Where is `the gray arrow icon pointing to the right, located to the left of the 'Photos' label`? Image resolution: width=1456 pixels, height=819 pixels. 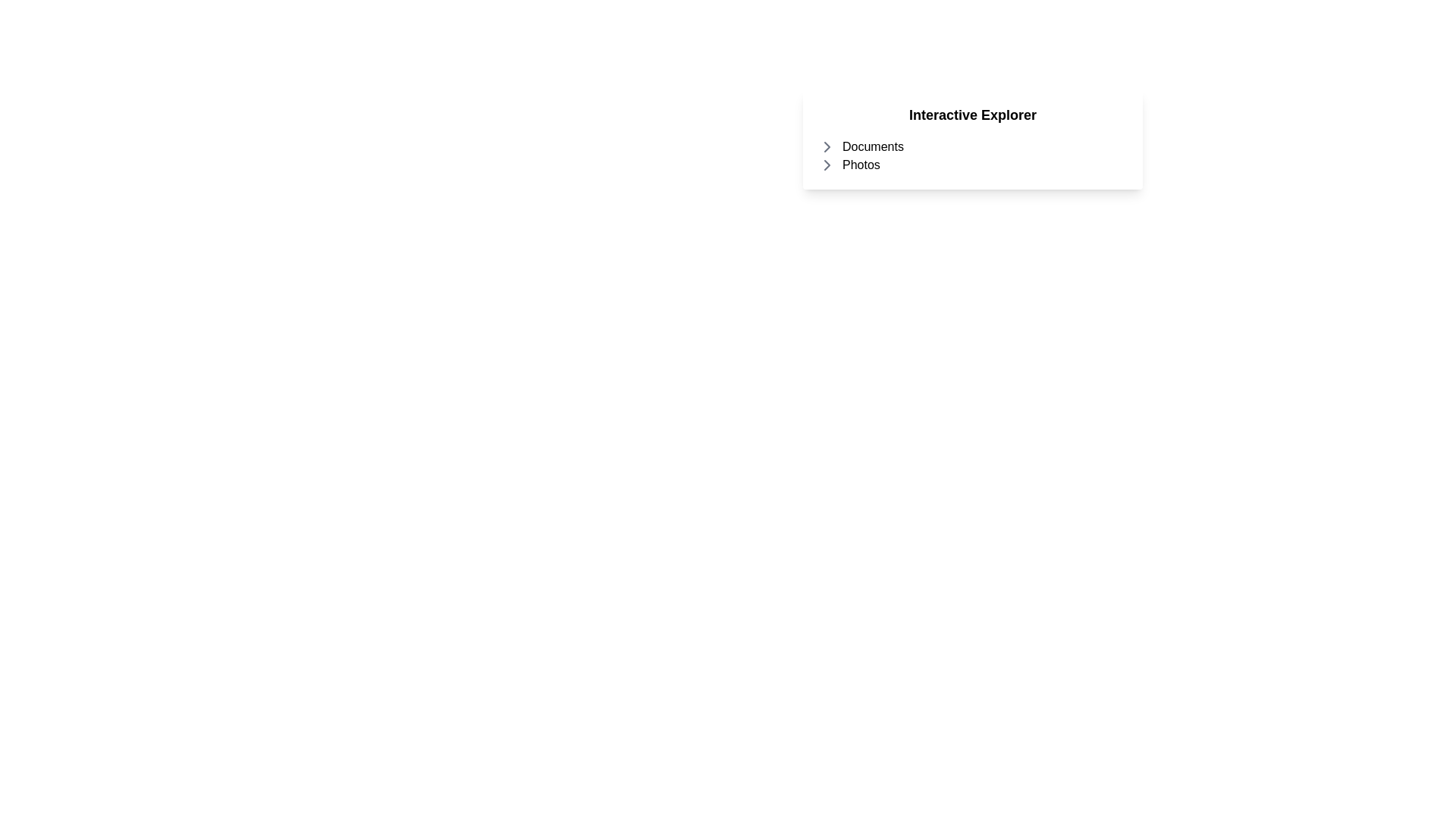
the gray arrow icon pointing to the right, located to the left of the 'Photos' label is located at coordinates (826, 165).